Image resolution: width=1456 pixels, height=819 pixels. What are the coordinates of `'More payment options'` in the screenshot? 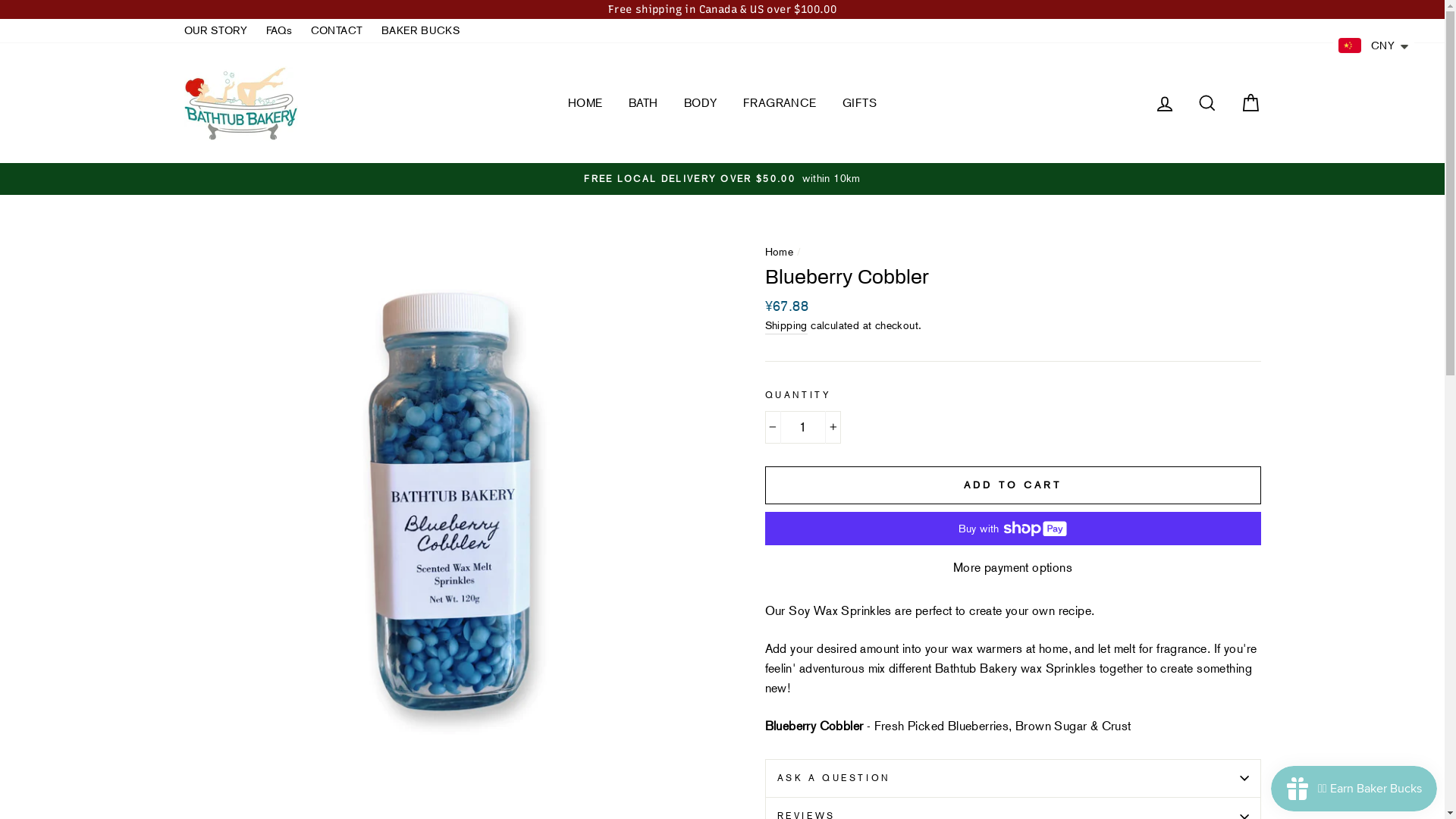 It's located at (764, 567).